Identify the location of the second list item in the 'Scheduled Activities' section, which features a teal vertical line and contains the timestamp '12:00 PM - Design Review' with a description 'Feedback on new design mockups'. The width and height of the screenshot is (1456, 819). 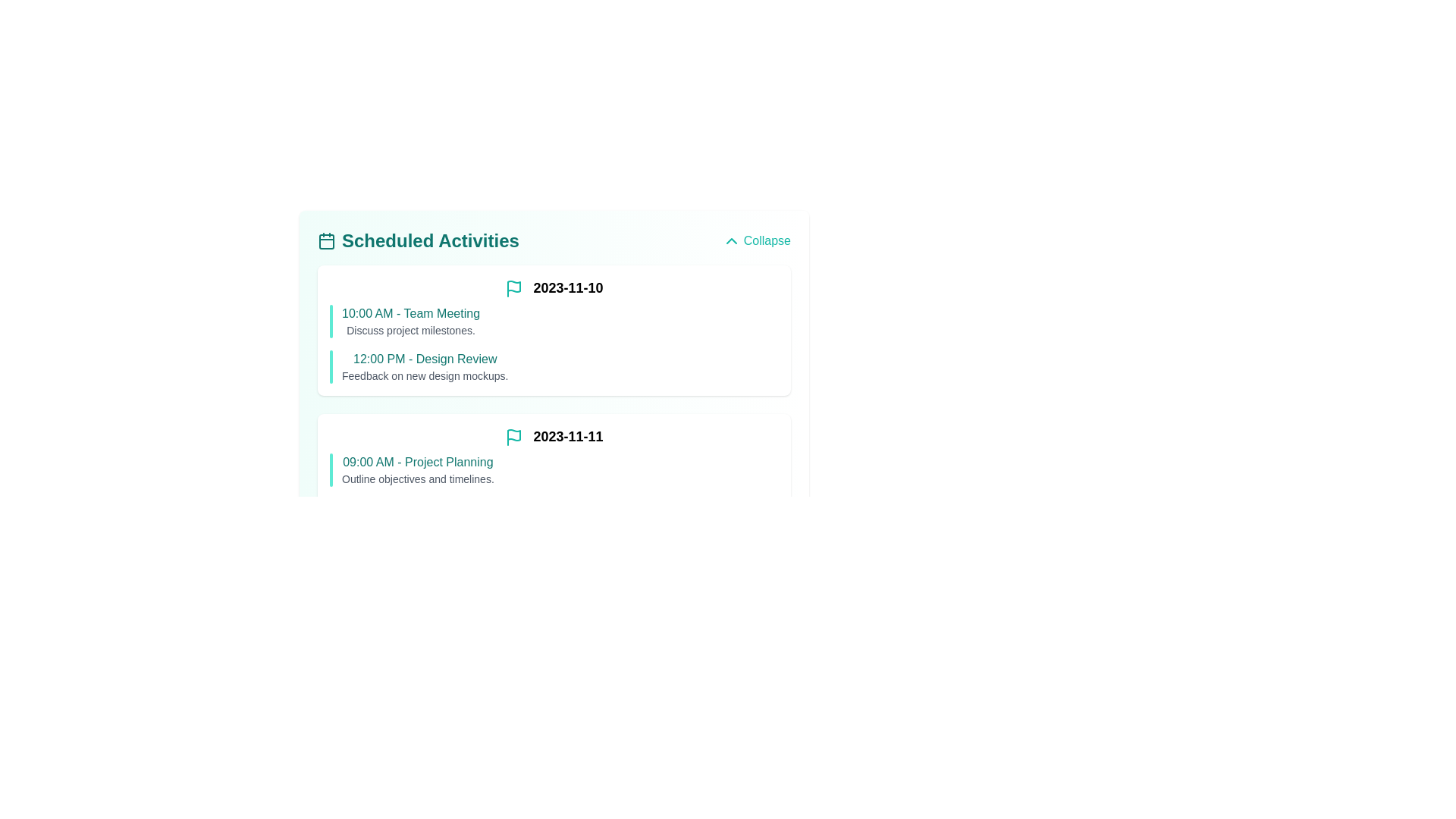
(553, 366).